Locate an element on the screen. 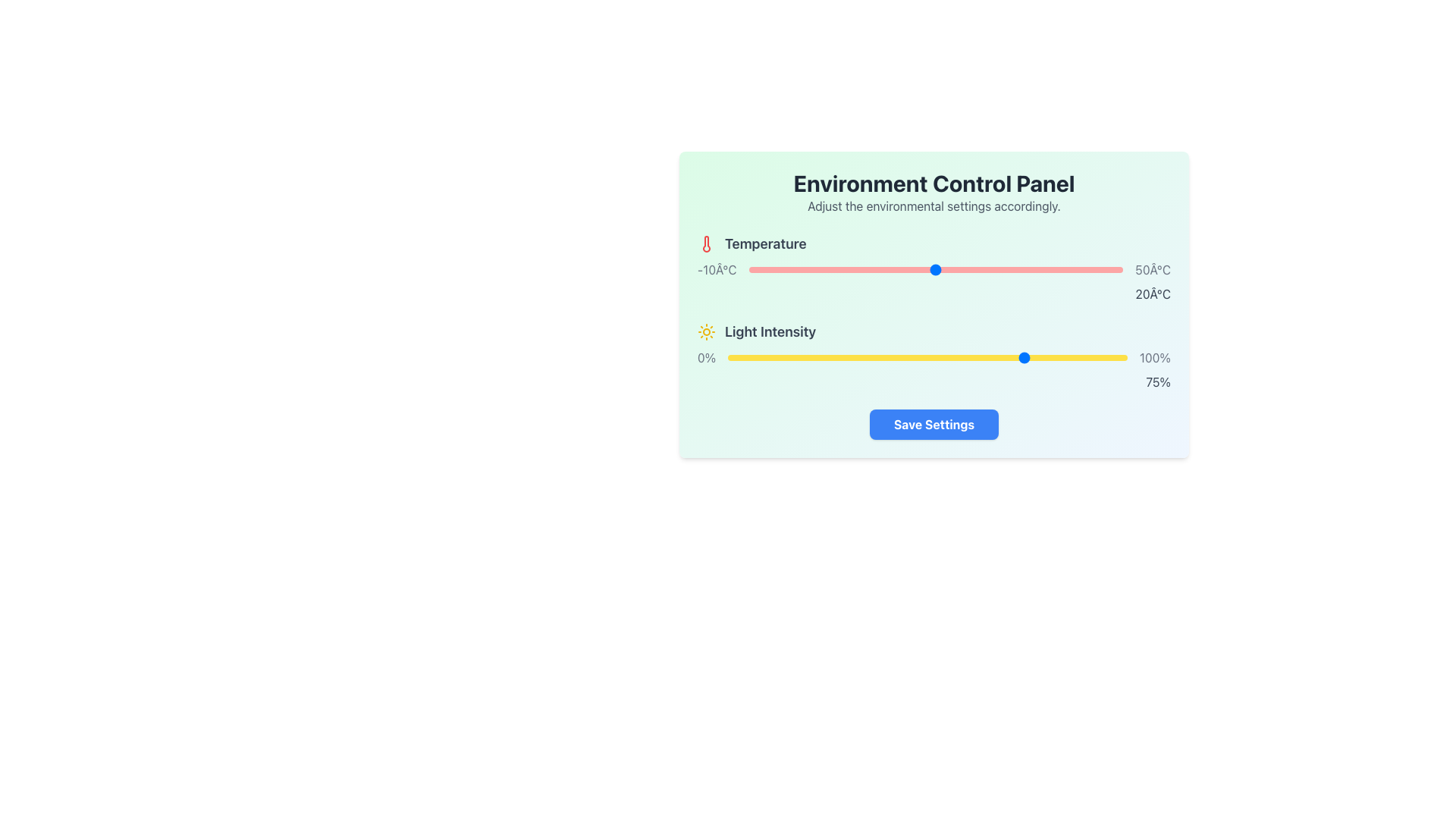  the text label that reads 'Adjust the environmental settings accordingly.' which is styled in a subdued gray color and is located directly beneath the title 'Environment Control Panel' is located at coordinates (934, 206).